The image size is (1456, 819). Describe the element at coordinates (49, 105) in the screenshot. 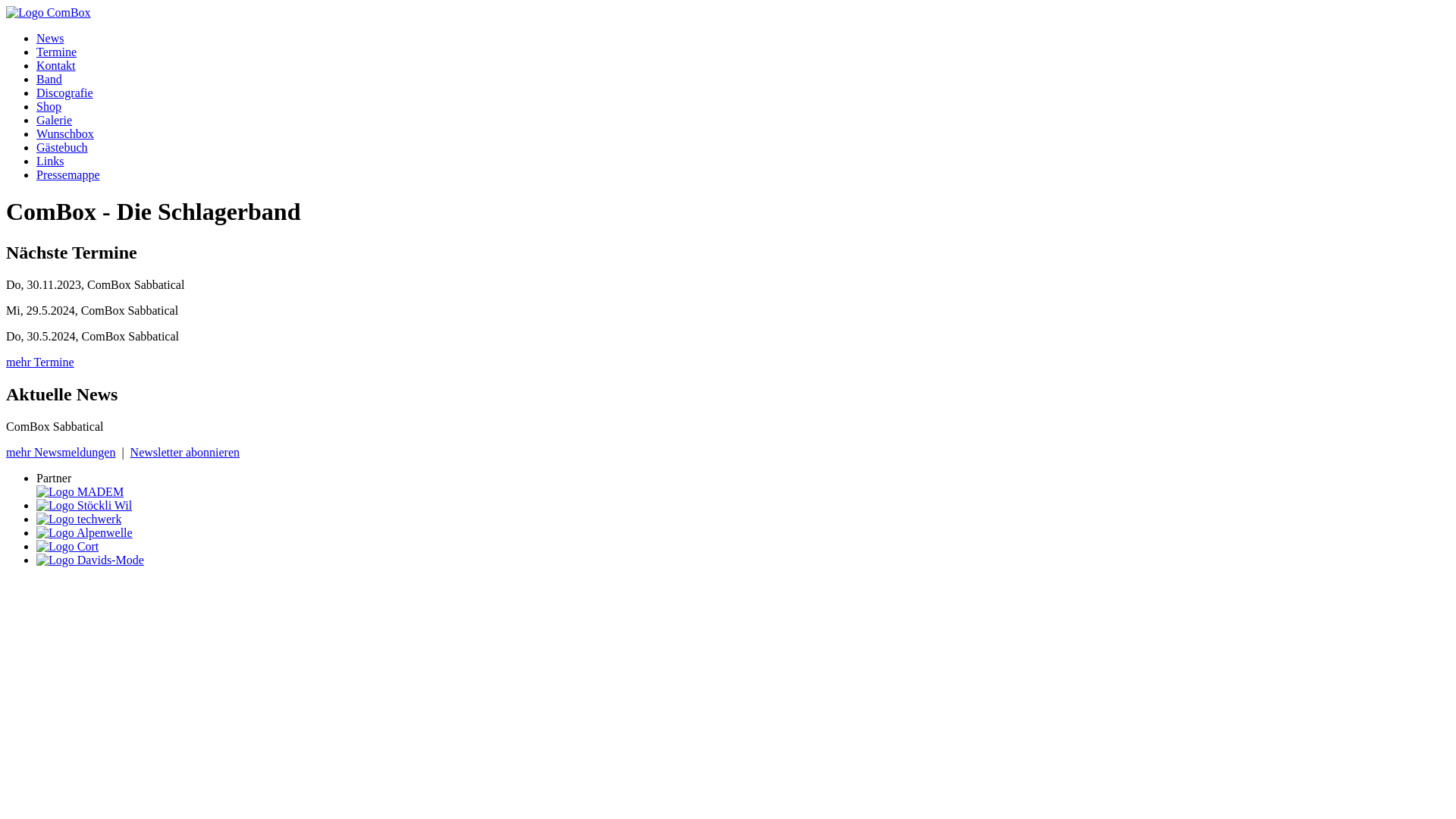

I see `'Shop'` at that location.